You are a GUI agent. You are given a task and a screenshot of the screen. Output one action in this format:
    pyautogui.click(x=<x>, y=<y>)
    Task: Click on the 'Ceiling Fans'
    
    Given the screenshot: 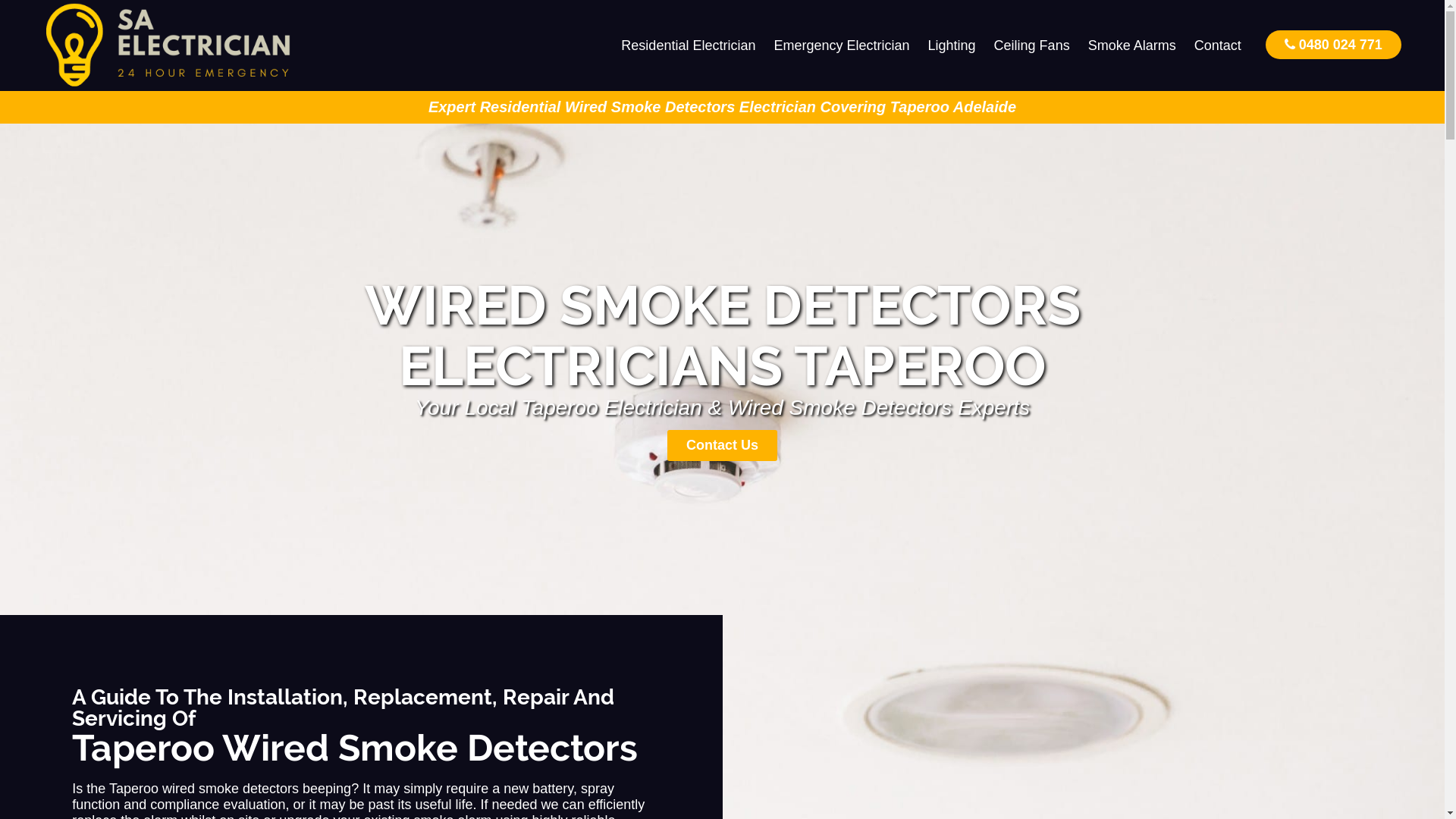 What is the action you would take?
    pyautogui.click(x=985, y=45)
    